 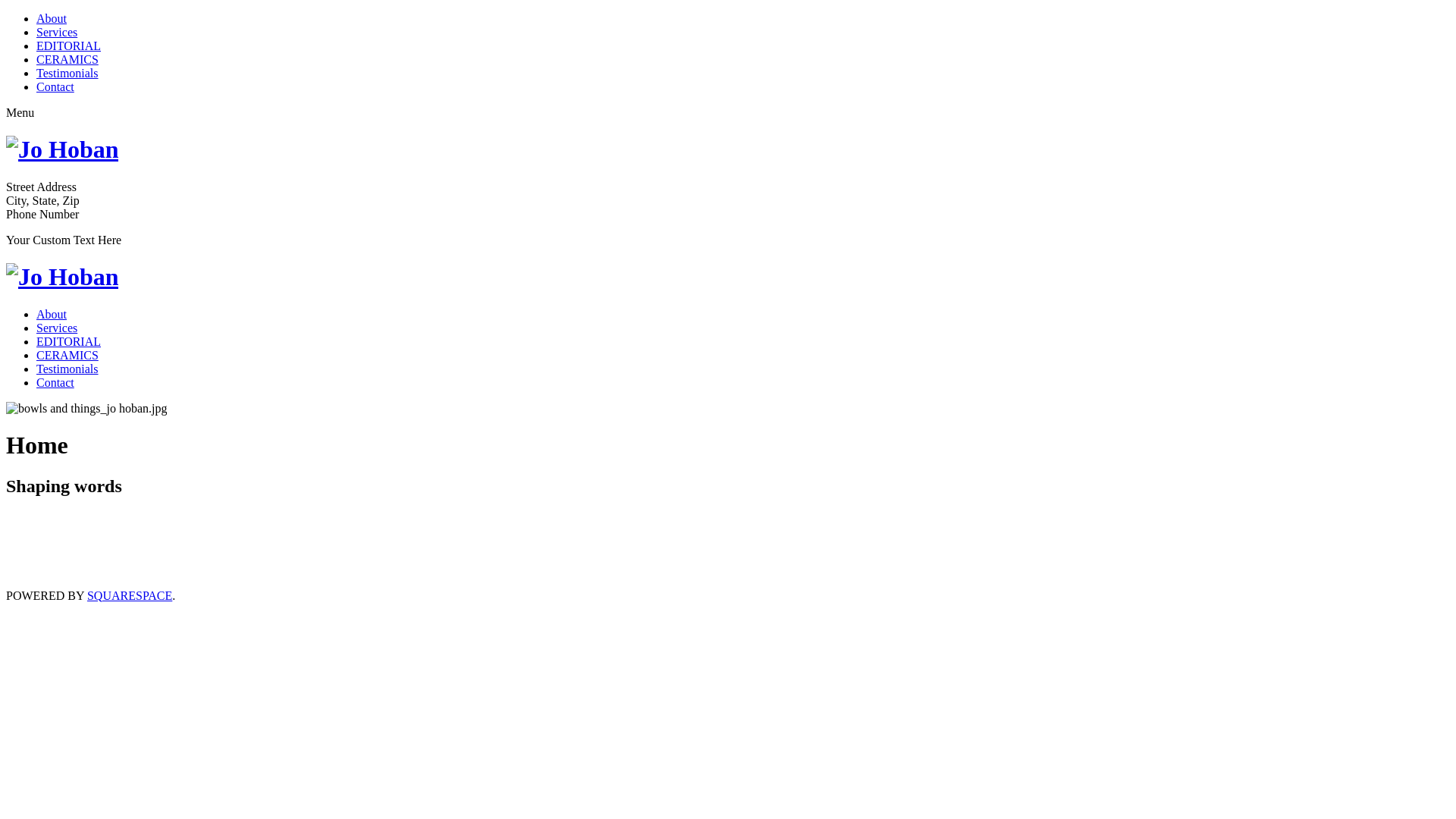 I want to click on 'Services', so click(x=57, y=327).